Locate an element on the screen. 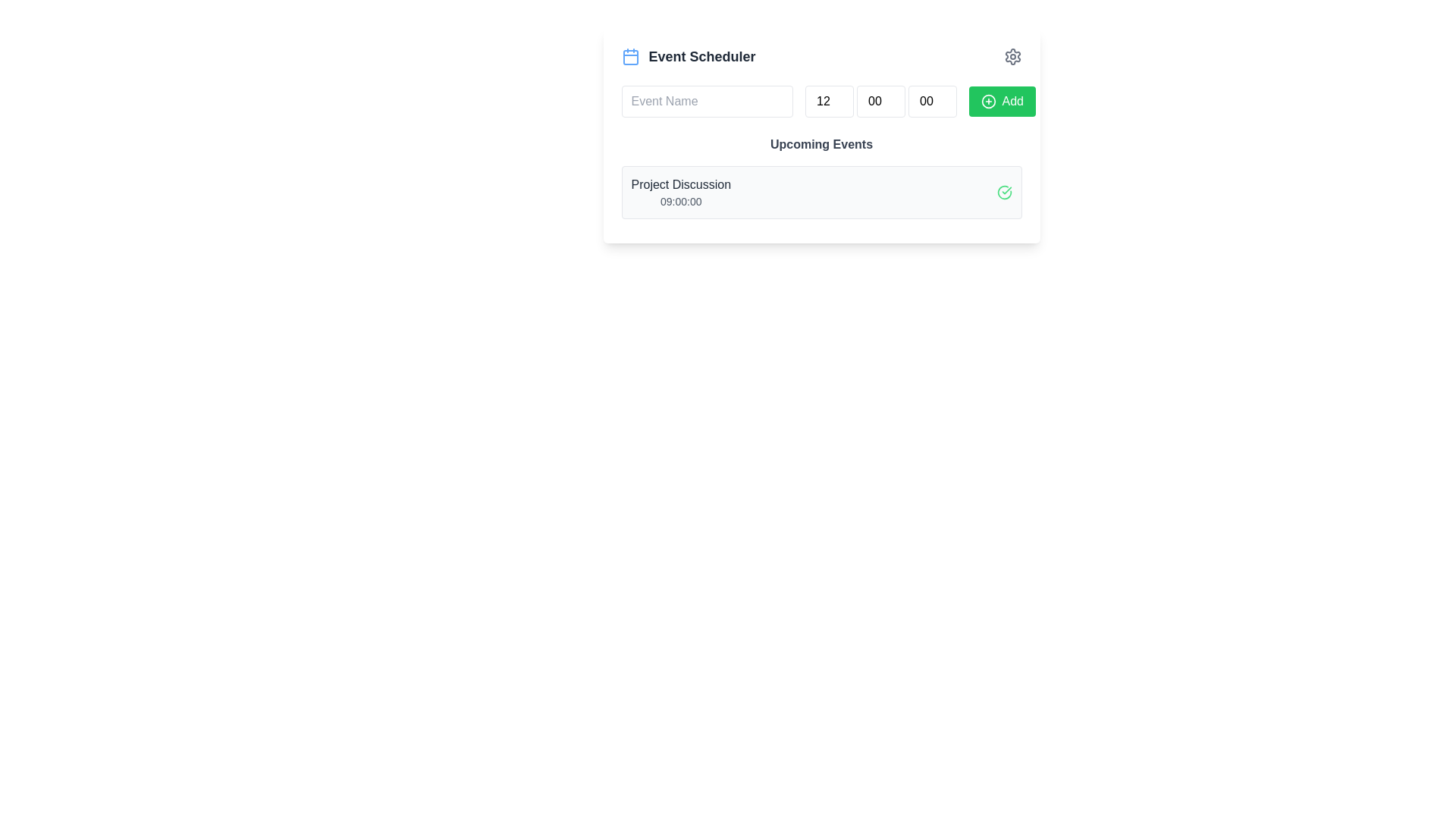  the Header (Text) element that serves as the title for the section listing upcoming events, positioned above the 'Project Discussion' event is located at coordinates (821, 145).